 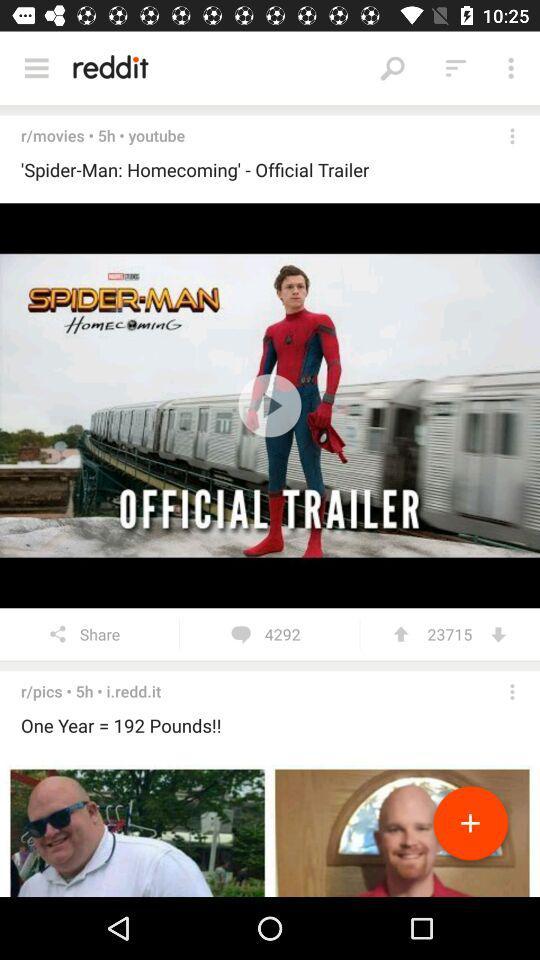 What do you see at coordinates (512, 692) in the screenshot?
I see `see more options` at bounding box center [512, 692].